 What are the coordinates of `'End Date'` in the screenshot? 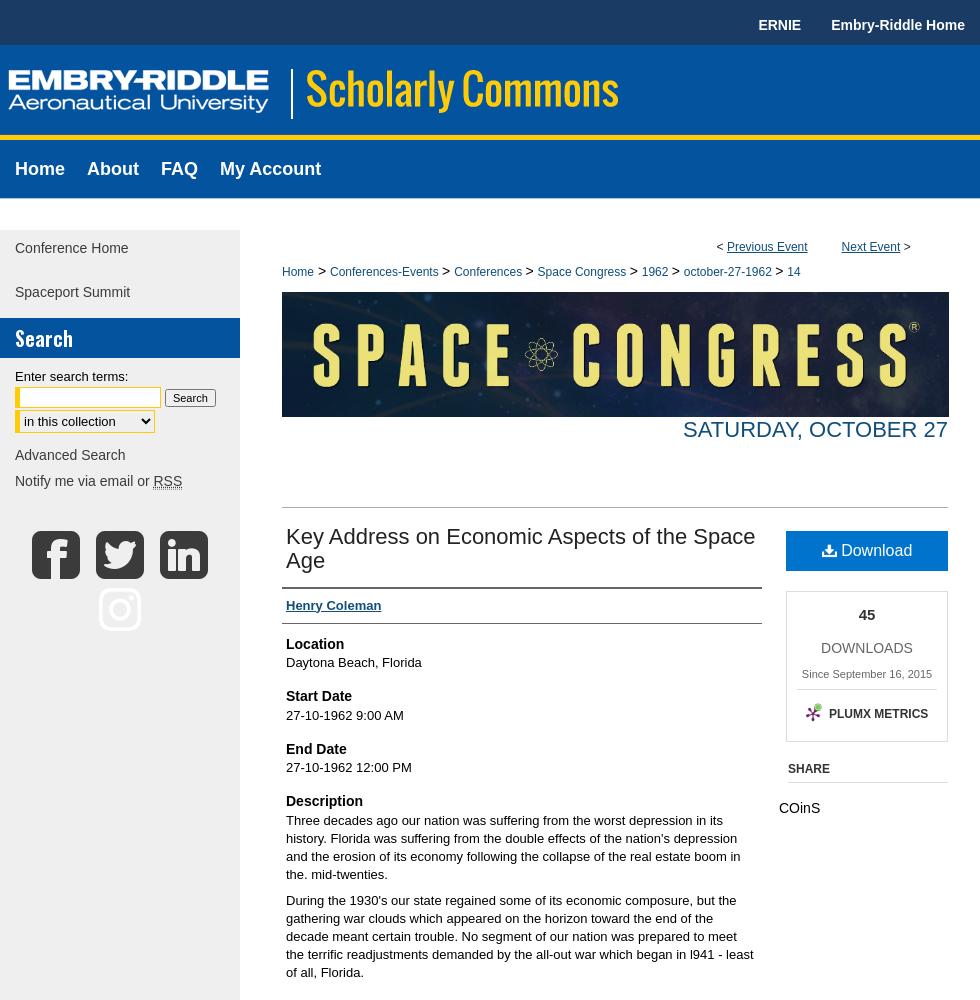 It's located at (315, 747).